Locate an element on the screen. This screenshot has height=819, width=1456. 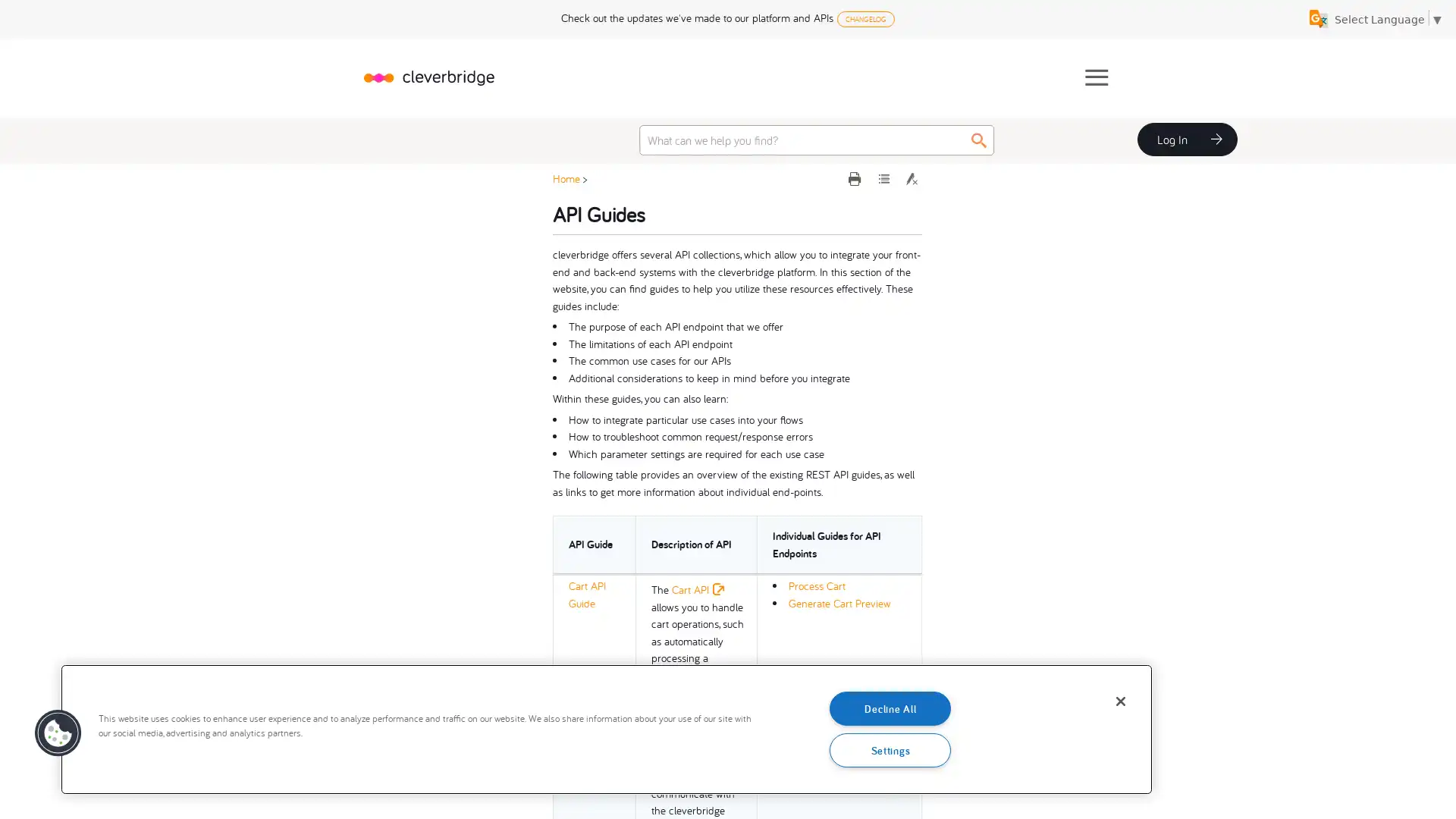
Show Navigation Panel is located at coordinates (1096, 77).